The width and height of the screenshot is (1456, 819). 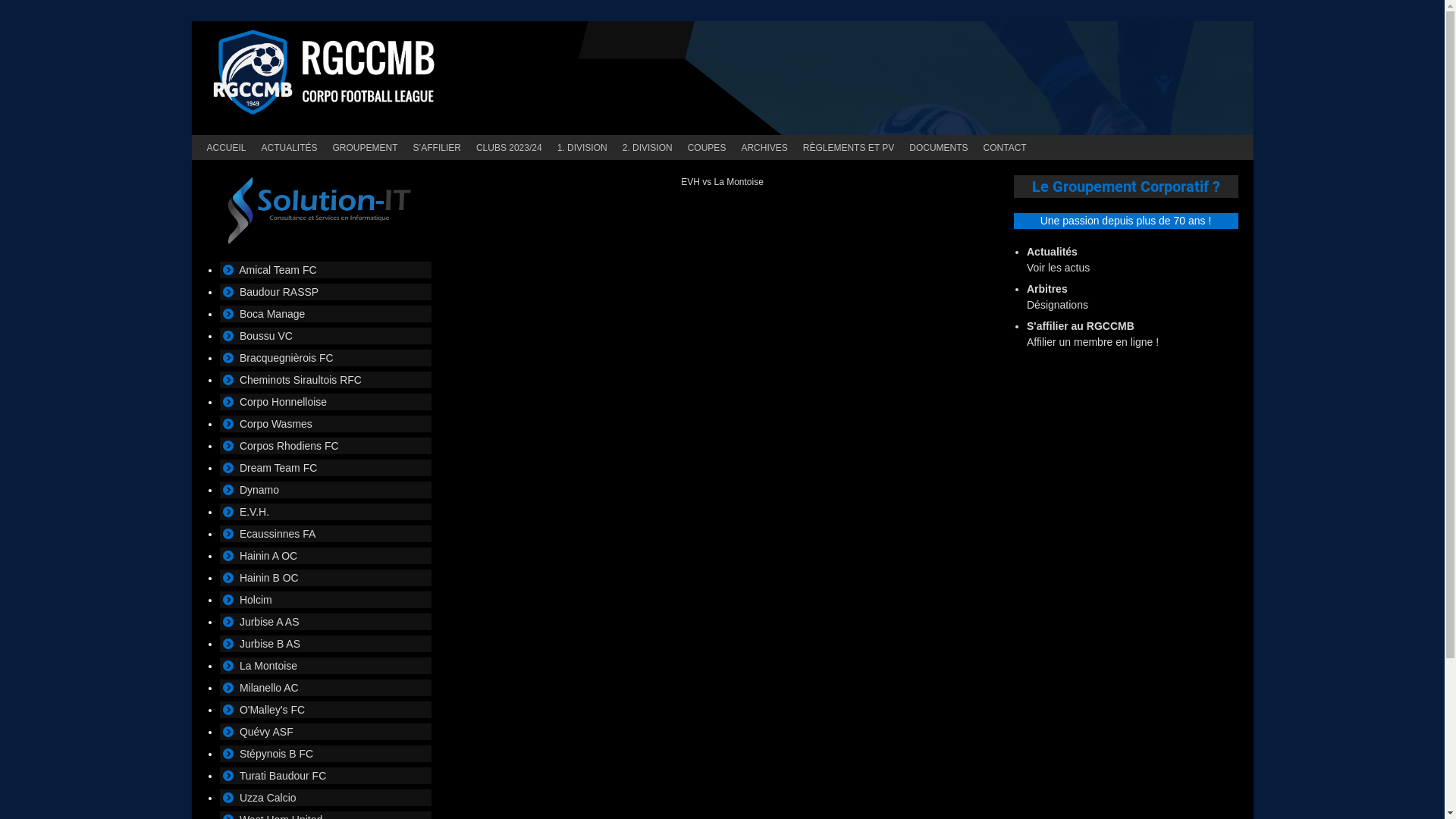 I want to click on 'Hainin A OC', so click(x=268, y=555).